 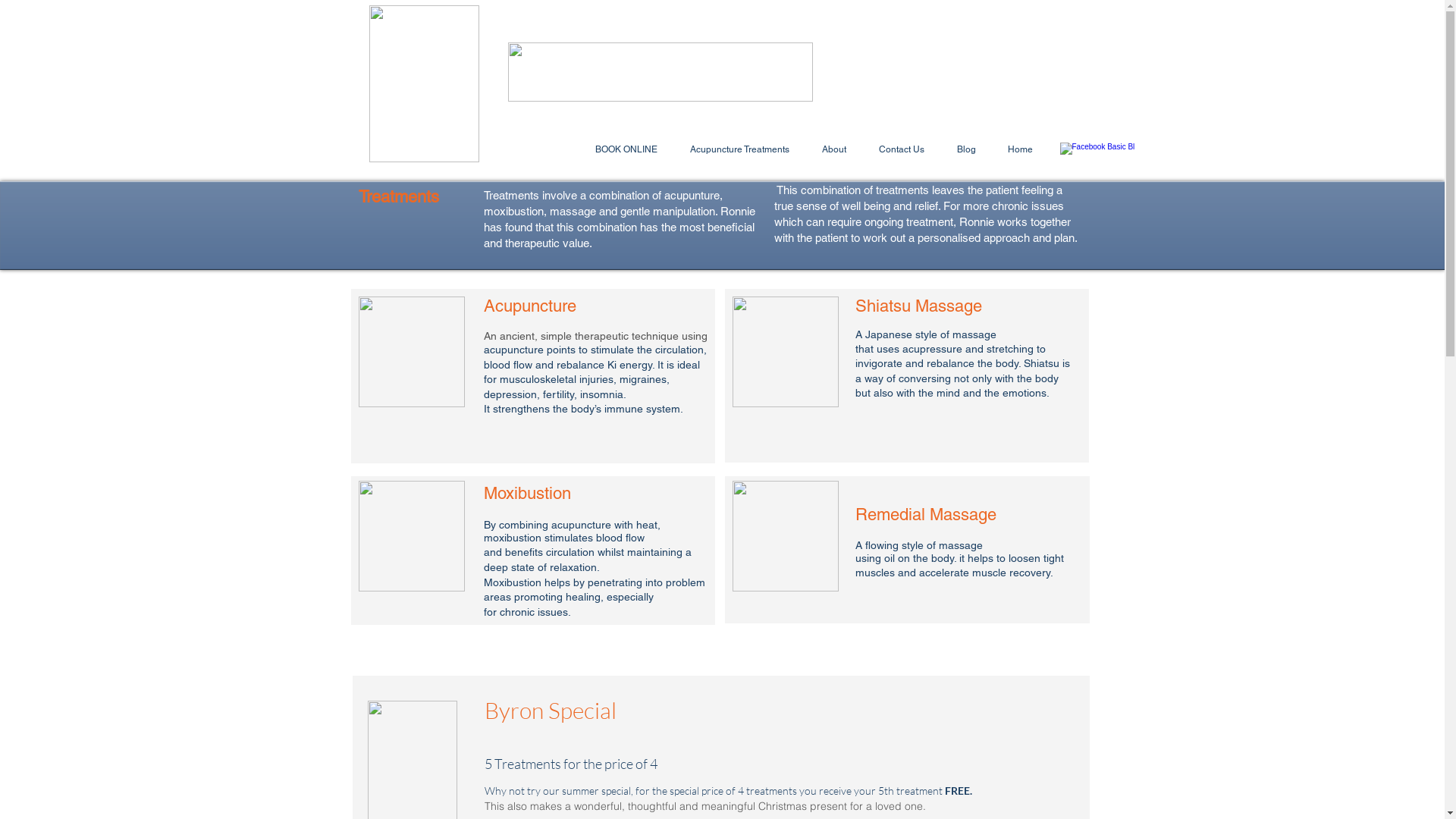 What do you see at coordinates (626, 149) in the screenshot?
I see `'BOOK ONLINE'` at bounding box center [626, 149].